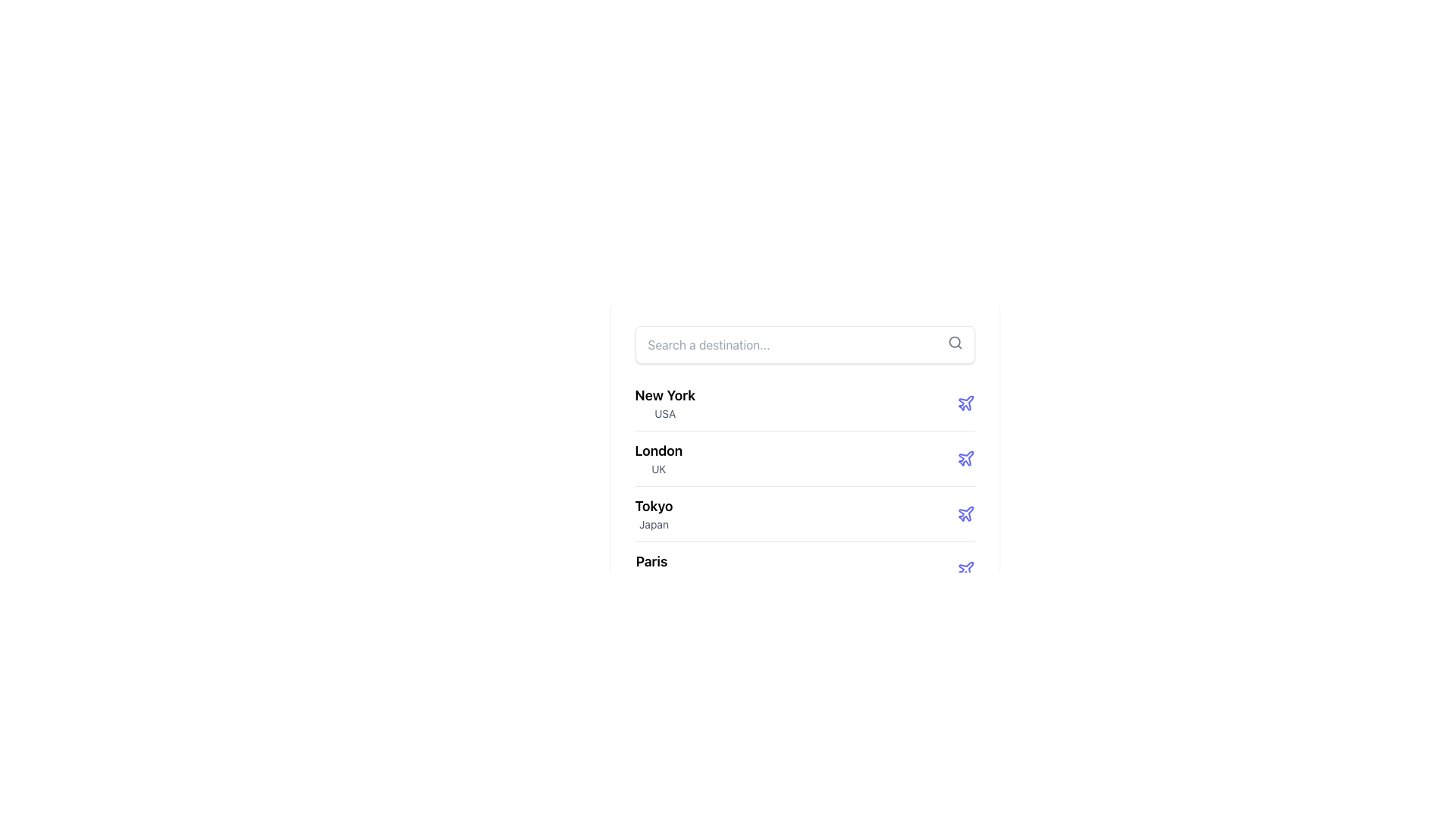  What do you see at coordinates (658, 468) in the screenshot?
I see `descriptive text label located underneath the 'London' text label, which specifies the country associated with the location name` at bounding box center [658, 468].